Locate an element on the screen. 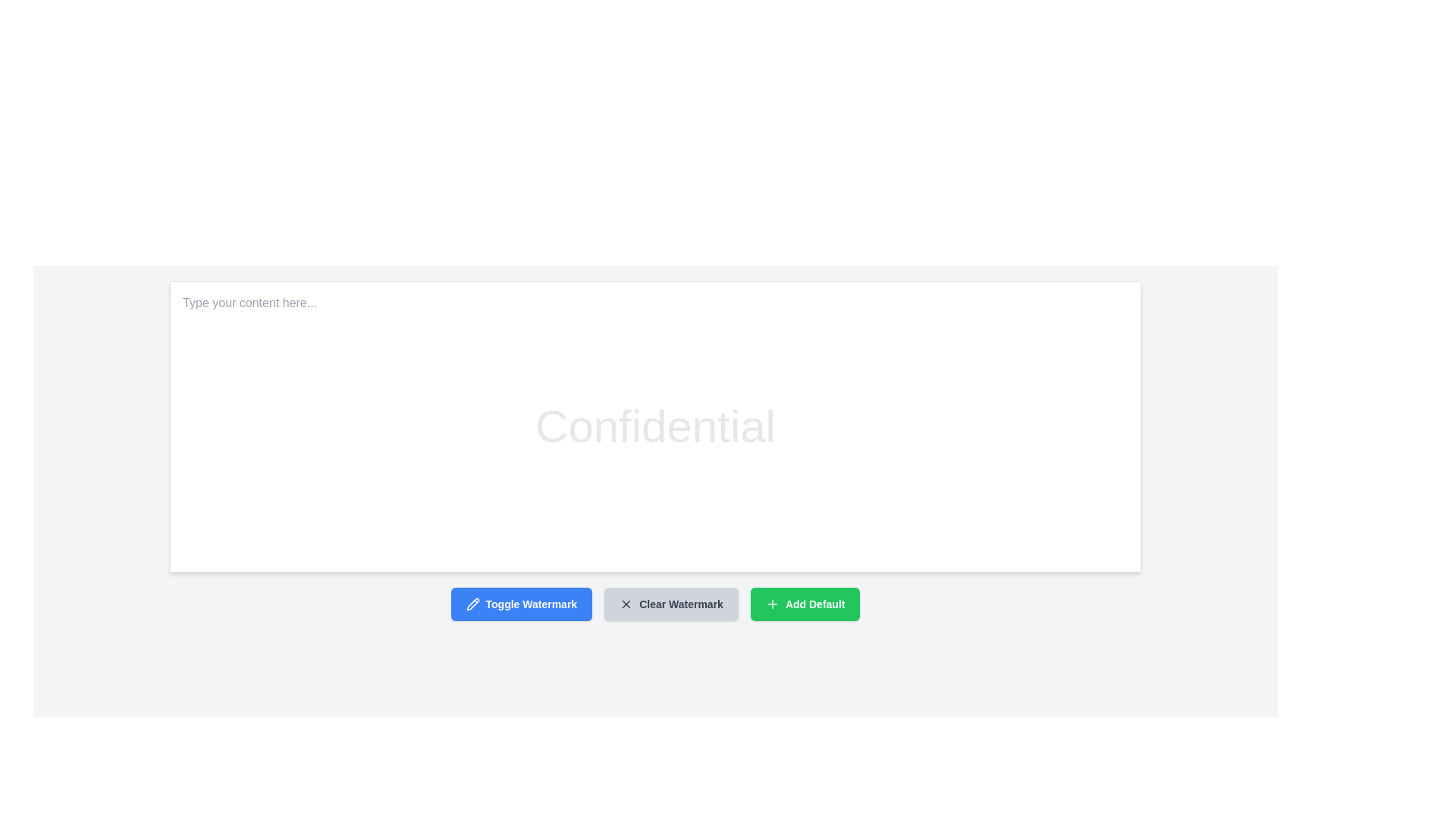 This screenshot has width=1456, height=819. the icon located on the left side of the text label within the 'Add Default' button at the bottom-right section of the interface is located at coordinates (772, 604).